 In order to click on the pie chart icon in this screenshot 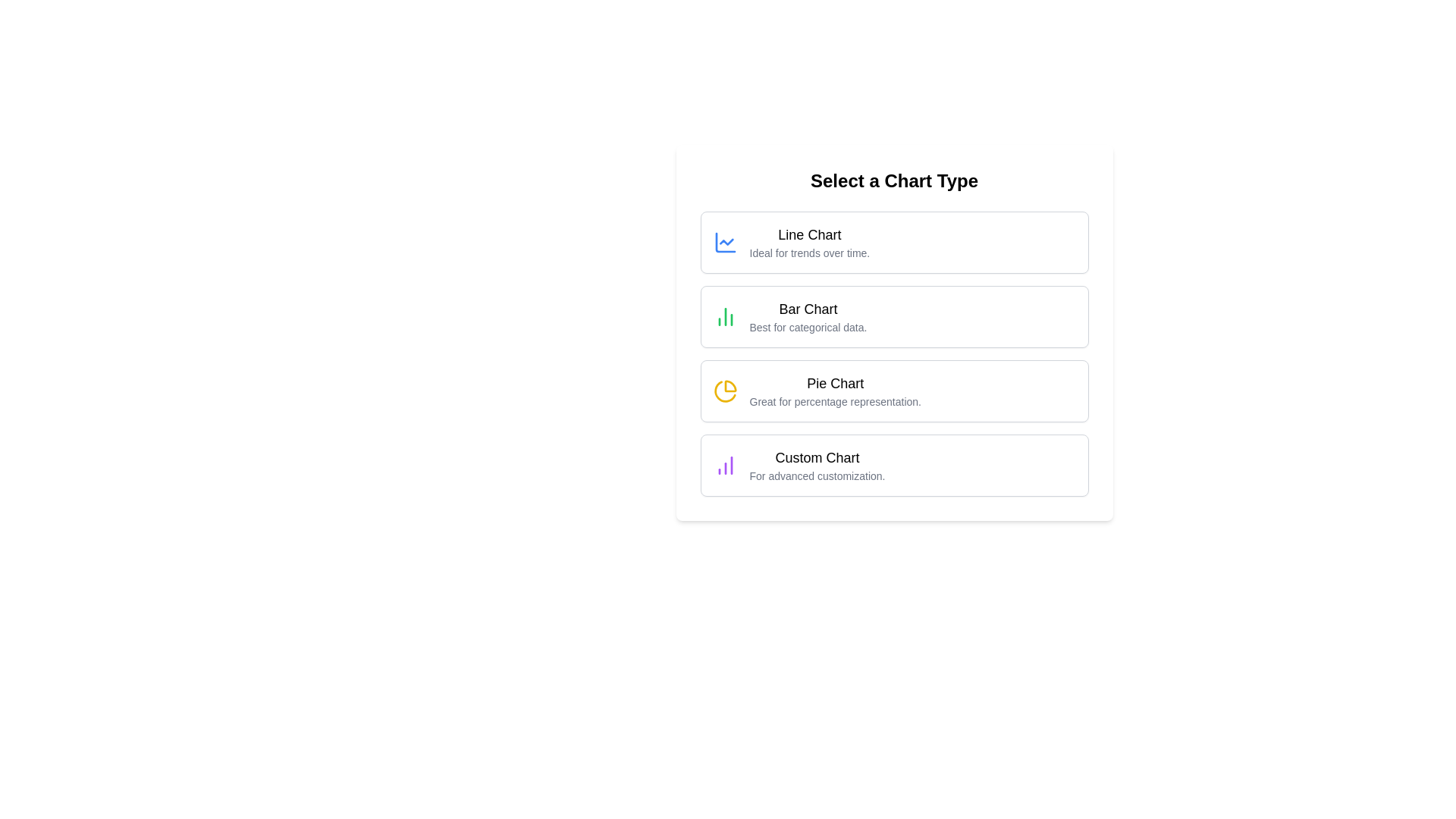, I will do `click(724, 391)`.